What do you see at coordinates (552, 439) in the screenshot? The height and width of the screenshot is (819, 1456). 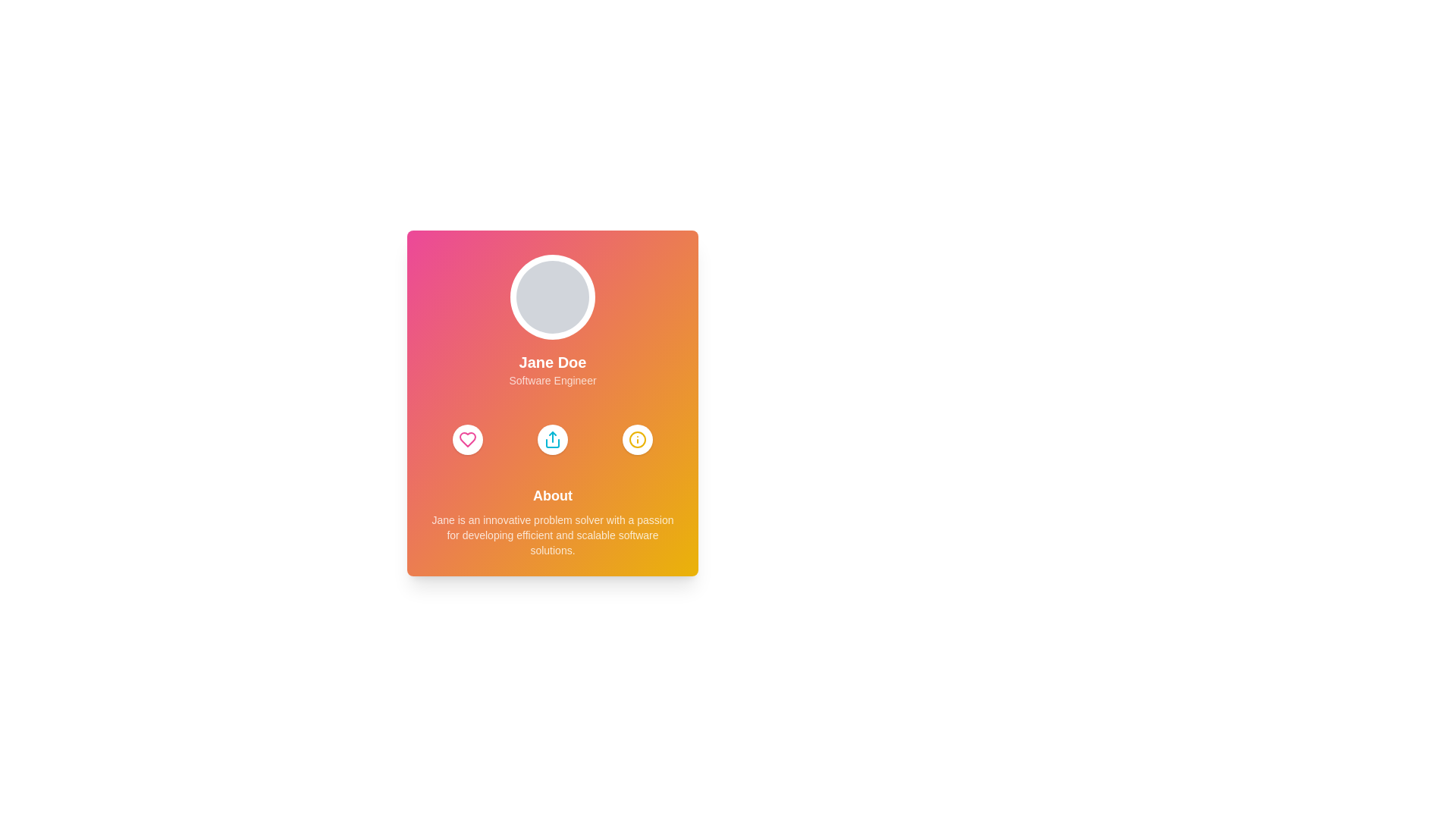 I see `the share icon, which is styled with cyan coloration and is positioned inside a circular button below the user information section, to initiate sharing` at bounding box center [552, 439].